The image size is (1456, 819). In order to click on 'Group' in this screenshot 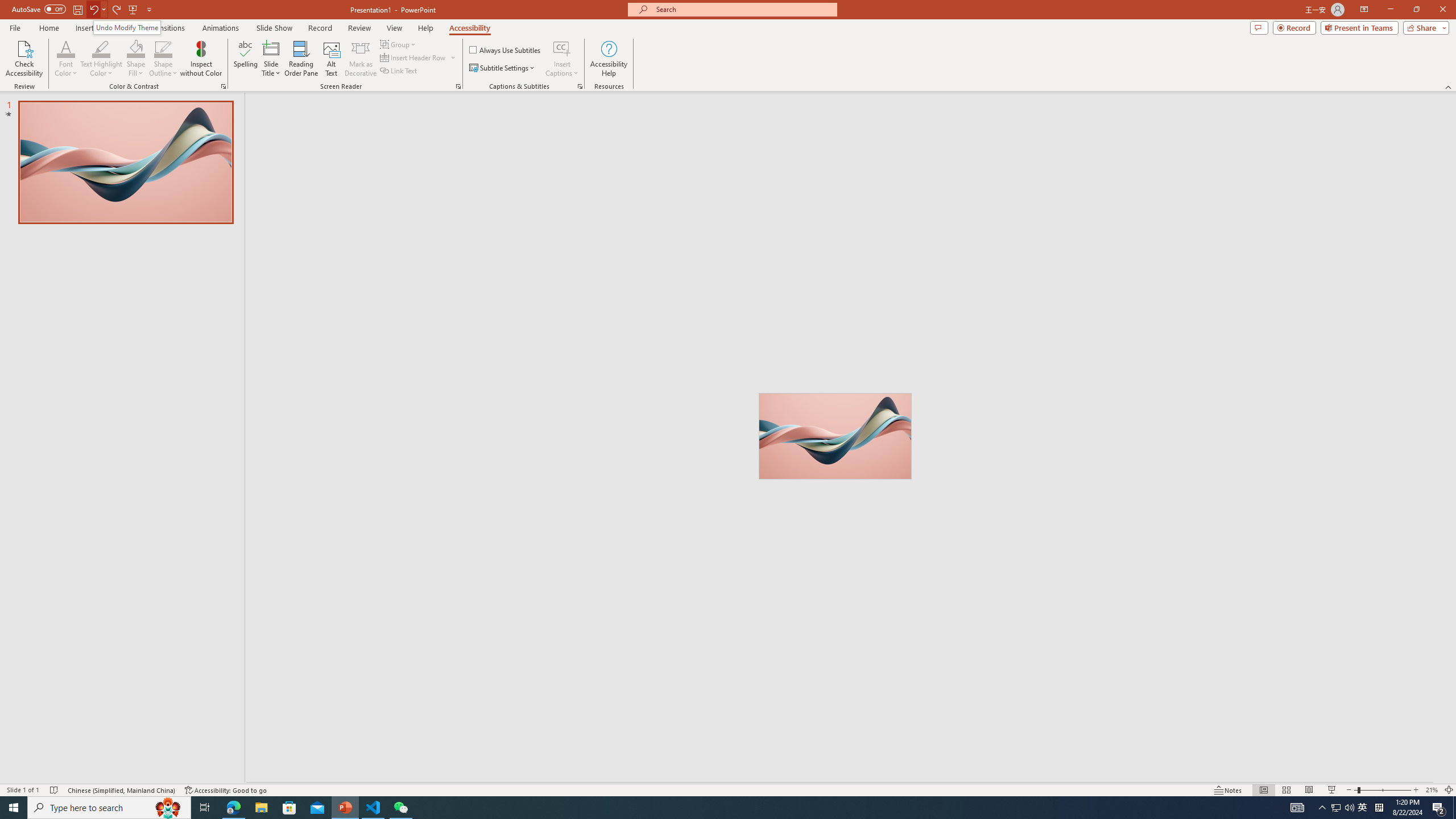, I will do `click(399, 44)`.